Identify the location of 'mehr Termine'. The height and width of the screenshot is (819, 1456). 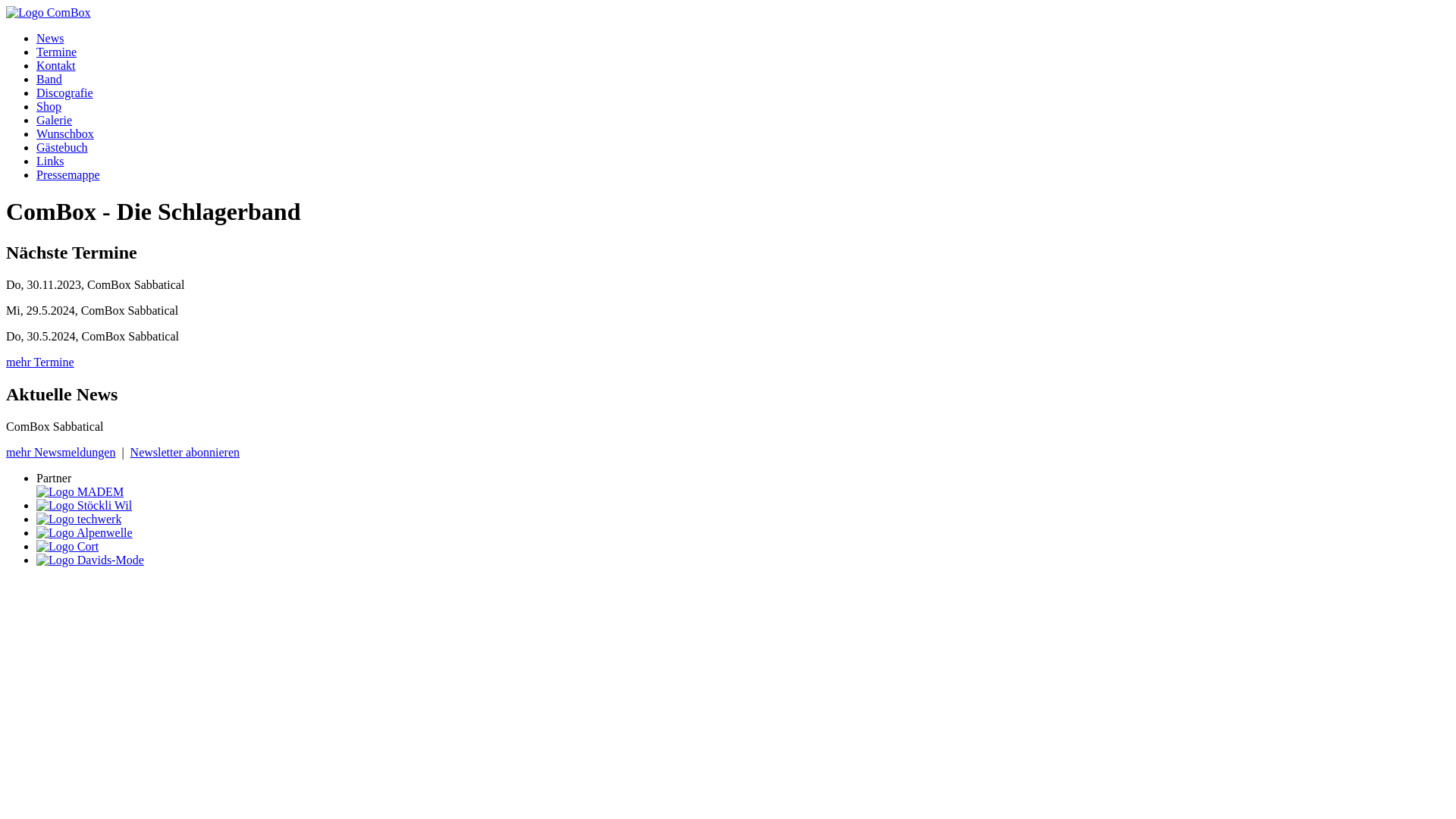
(6, 362).